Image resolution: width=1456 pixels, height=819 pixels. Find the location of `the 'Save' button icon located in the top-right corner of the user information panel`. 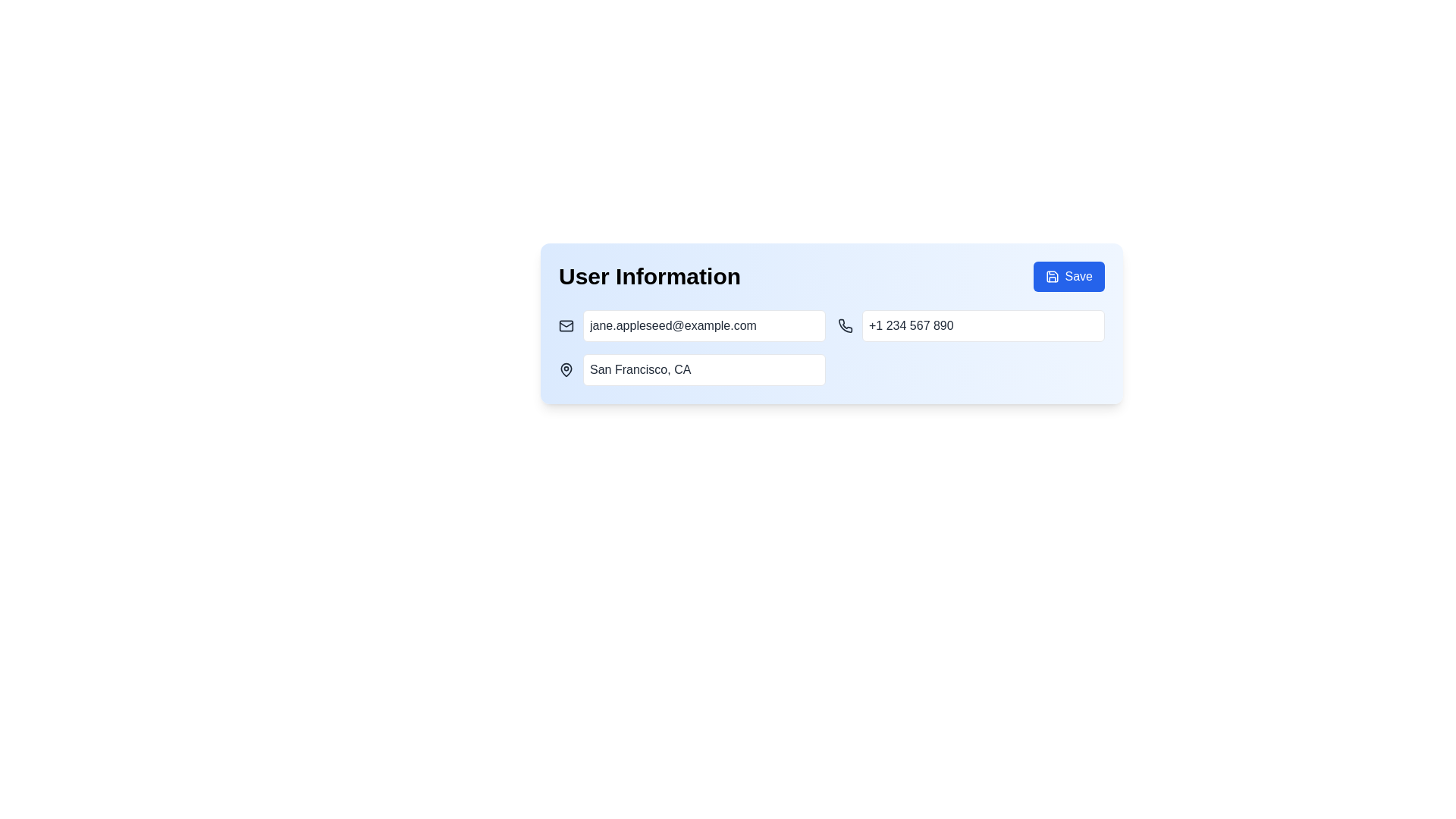

the 'Save' button icon located in the top-right corner of the user information panel is located at coordinates (1051, 277).